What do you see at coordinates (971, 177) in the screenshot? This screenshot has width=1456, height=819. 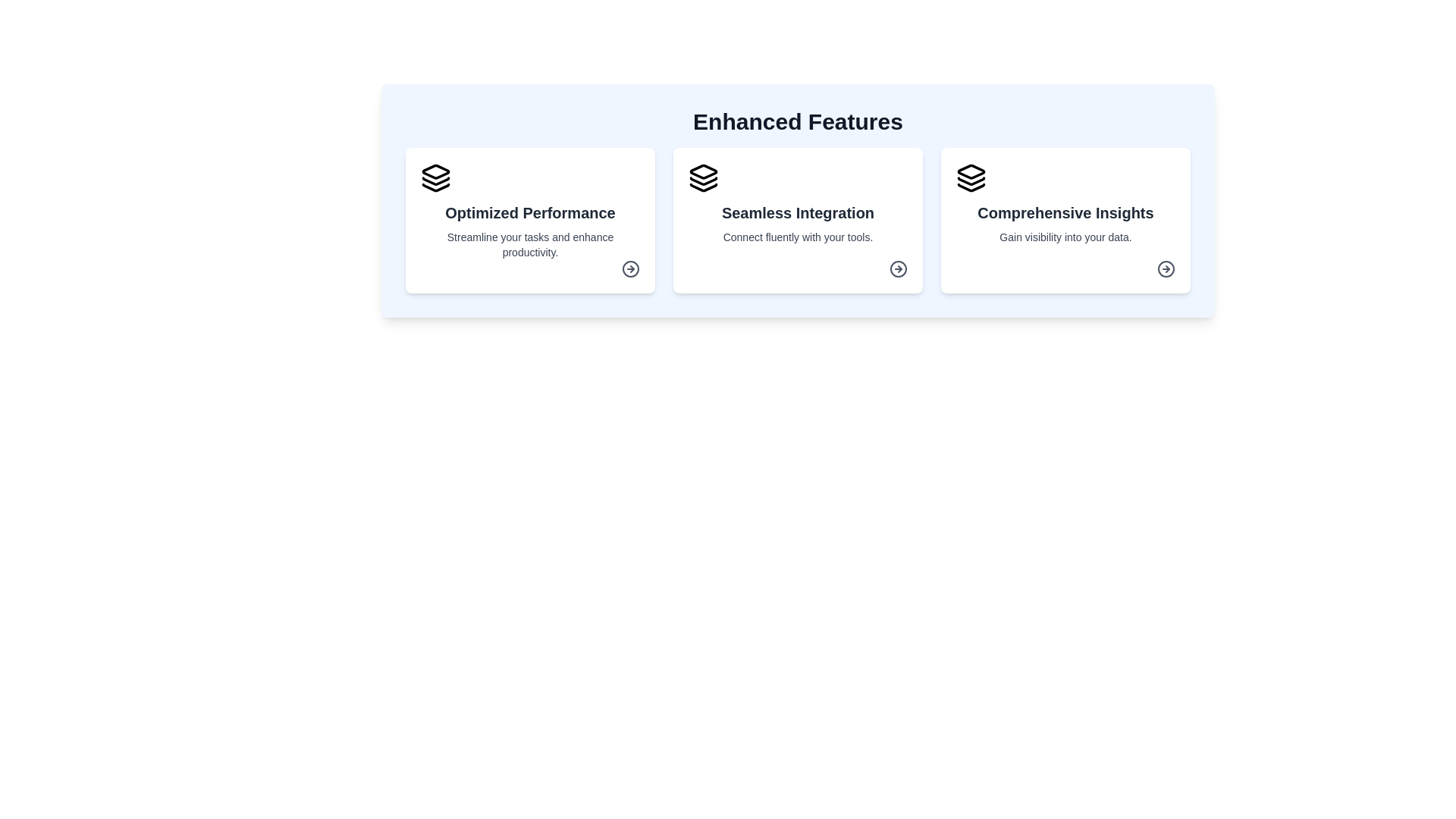 I see `the green and black icon representing layered components, which is located at the top of the 'Comprehensive Insights' card on the far right, above the title text` at bounding box center [971, 177].